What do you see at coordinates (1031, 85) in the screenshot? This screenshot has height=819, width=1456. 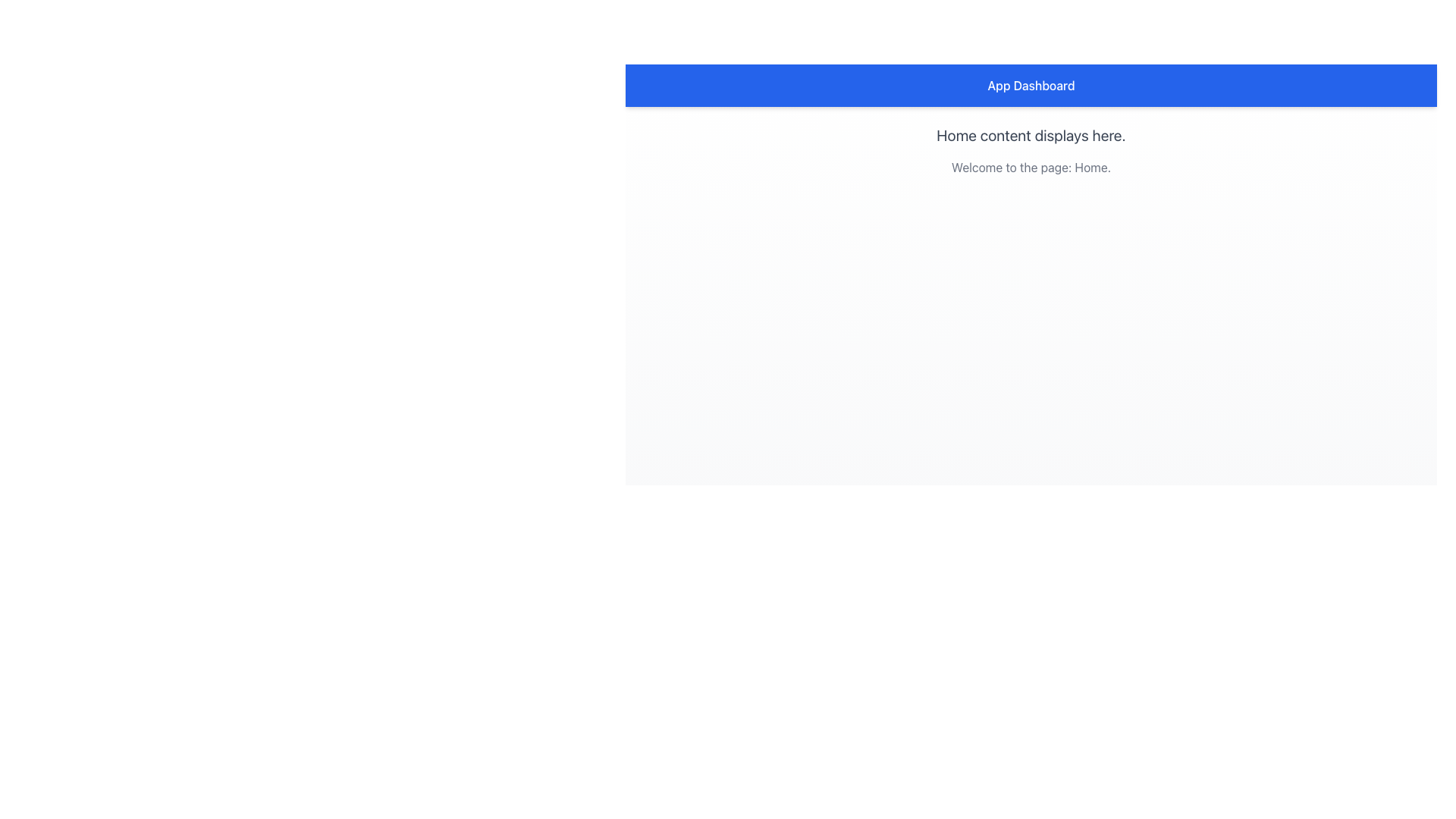 I see `title of the Header element indicating the user is on the 'App Dashboard' page, located at the top of the interface` at bounding box center [1031, 85].